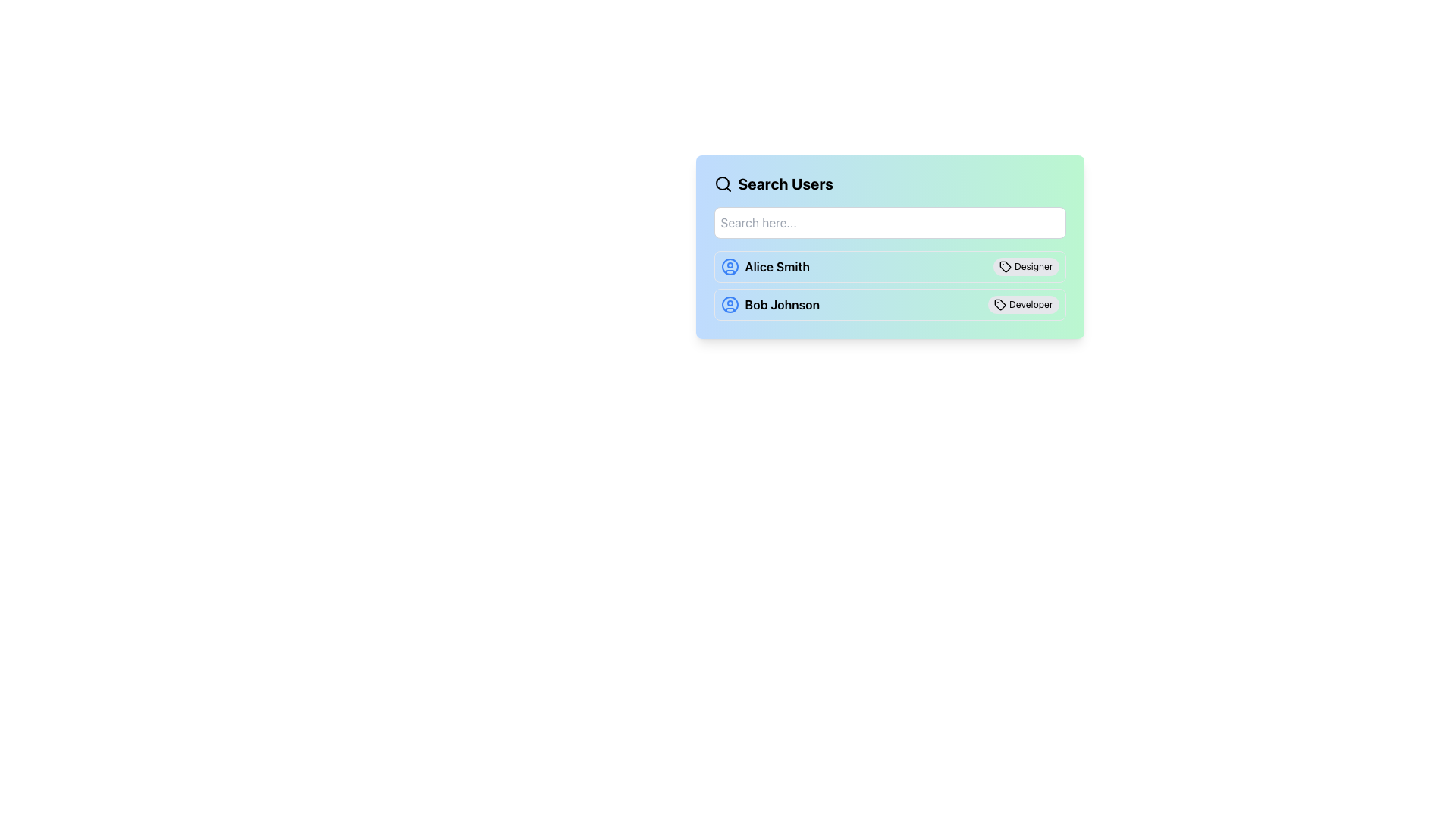 This screenshot has width=1456, height=819. Describe the element at coordinates (730, 304) in the screenshot. I see `user profile icon, which is a circular blue icon with a silhouette inside, located to the left of the text 'Bob Johnson'` at that location.